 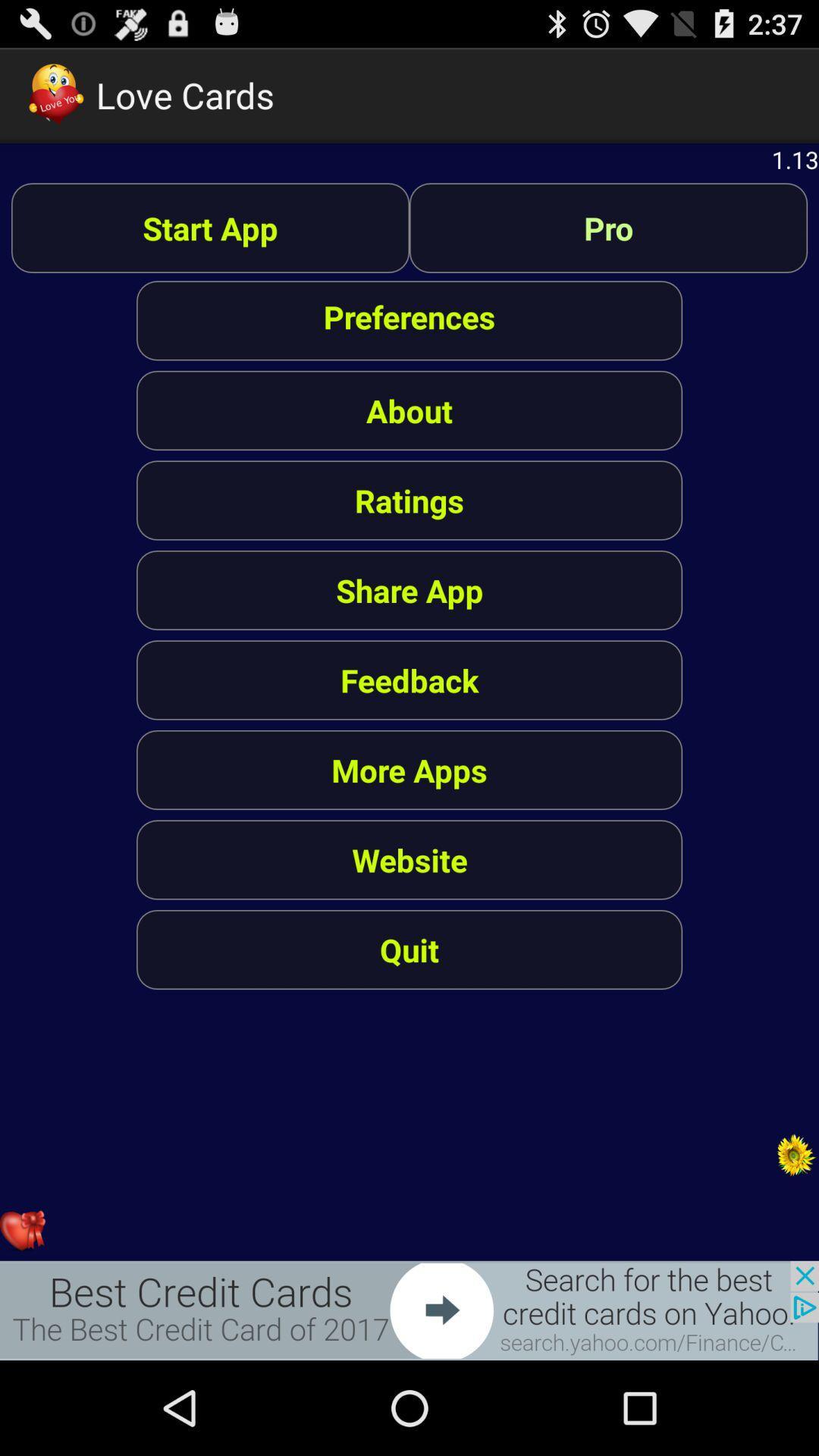 What do you see at coordinates (409, 1310) in the screenshot?
I see `advertisement link` at bounding box center [409, 1310].